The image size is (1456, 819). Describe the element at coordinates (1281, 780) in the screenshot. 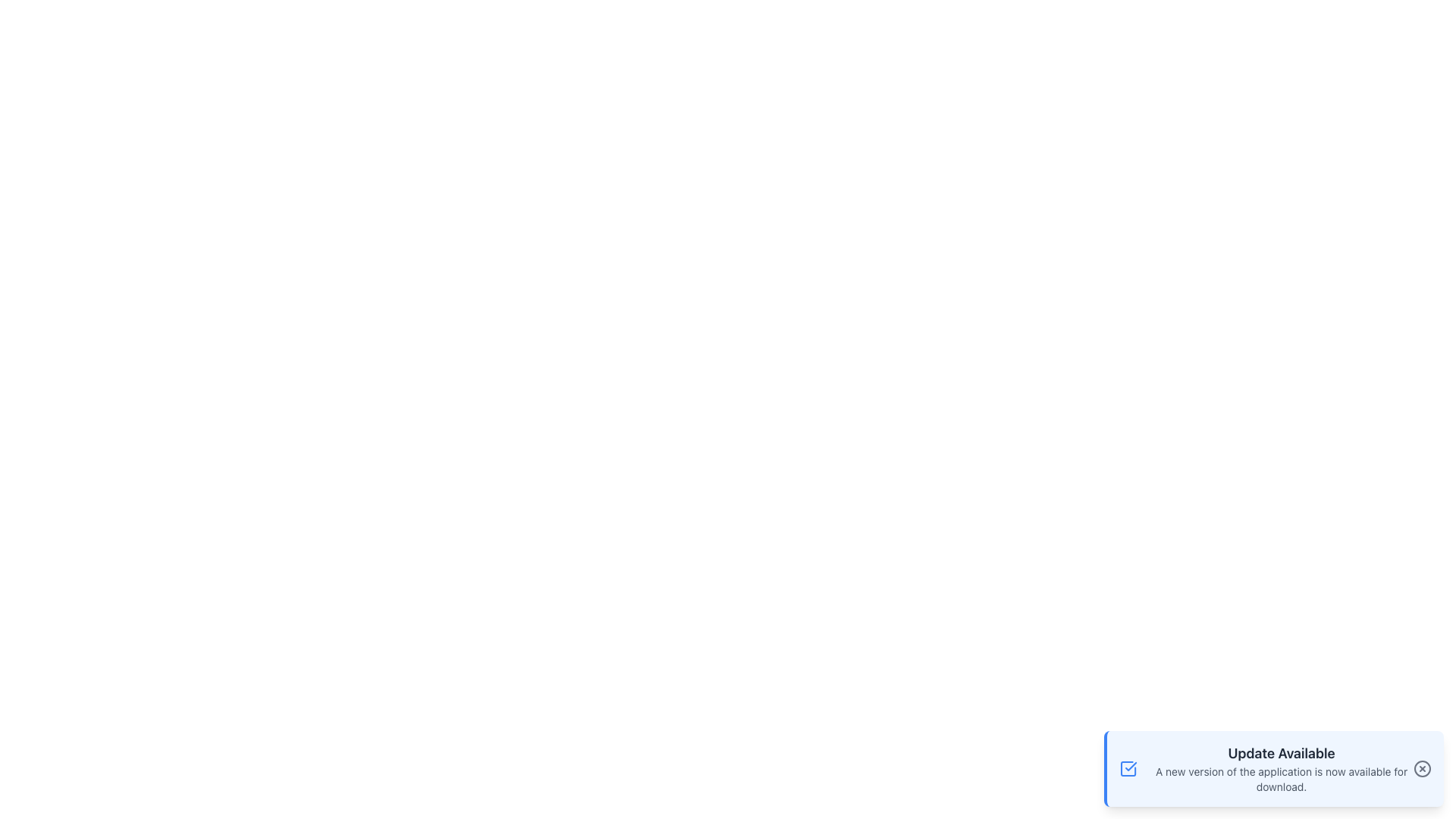

I see `the static textual content that displays the message 'A new version of the application is now available for download.' which is located under the 'Update Available' component` at that location.